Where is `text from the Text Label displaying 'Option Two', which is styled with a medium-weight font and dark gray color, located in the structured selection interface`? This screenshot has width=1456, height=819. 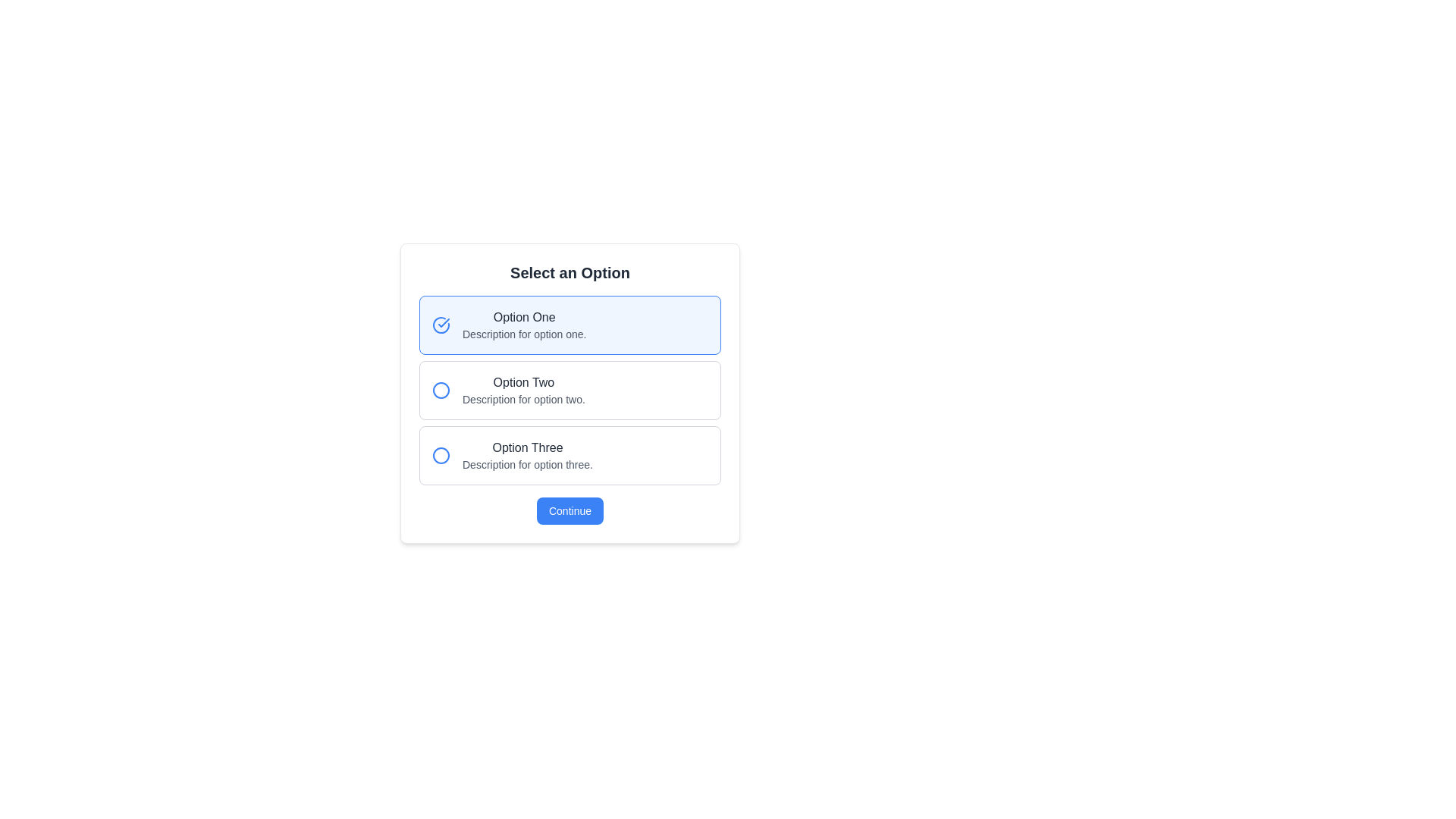
text from the Text Label displaying 'Option Two', which is styled with a medium-weight font and dark gray color, located in the structured selection interface is located at coordinates (524, 382).